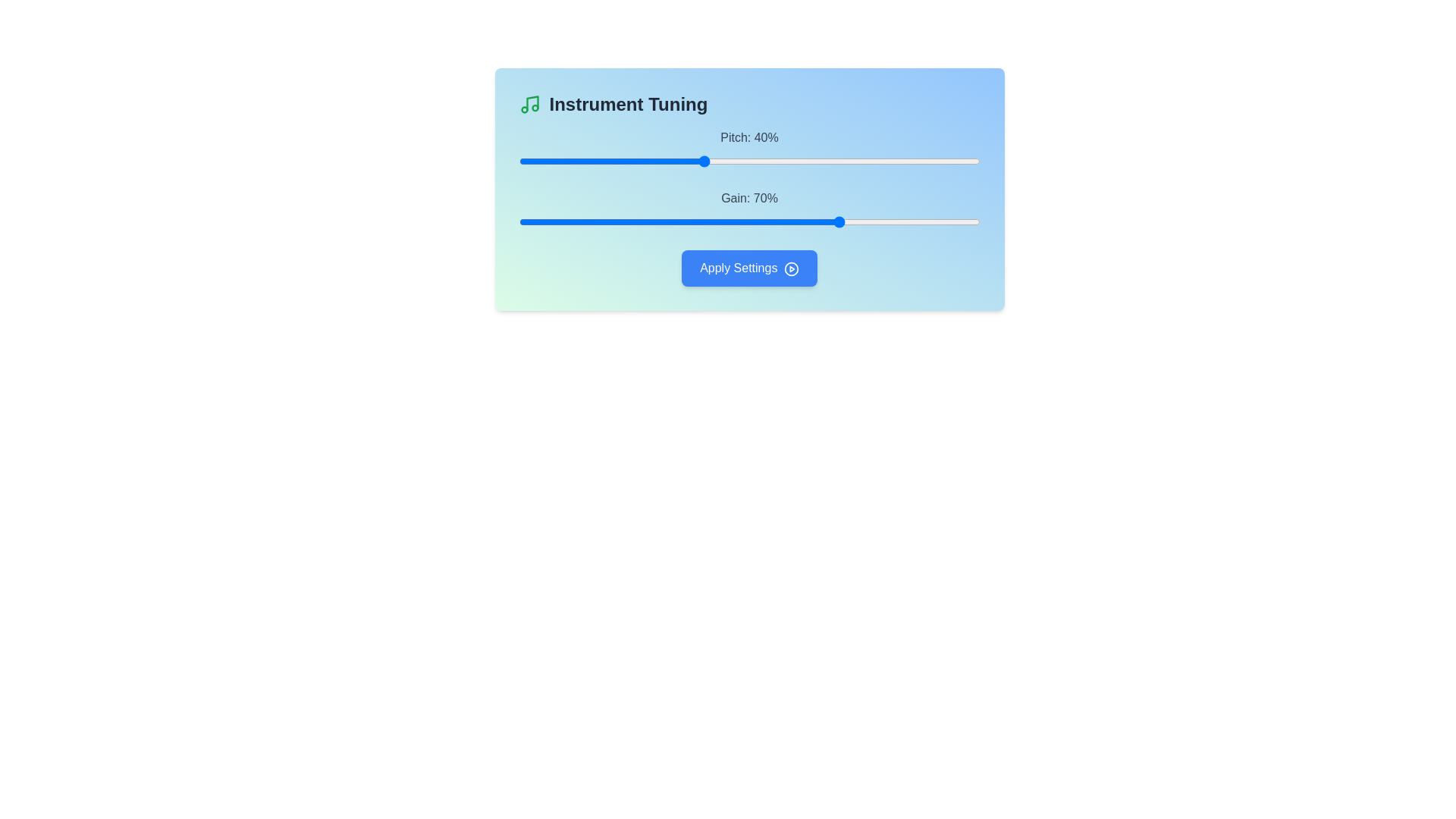  I want to click on the pitch slider to set its value to 72, so click(851, 161).